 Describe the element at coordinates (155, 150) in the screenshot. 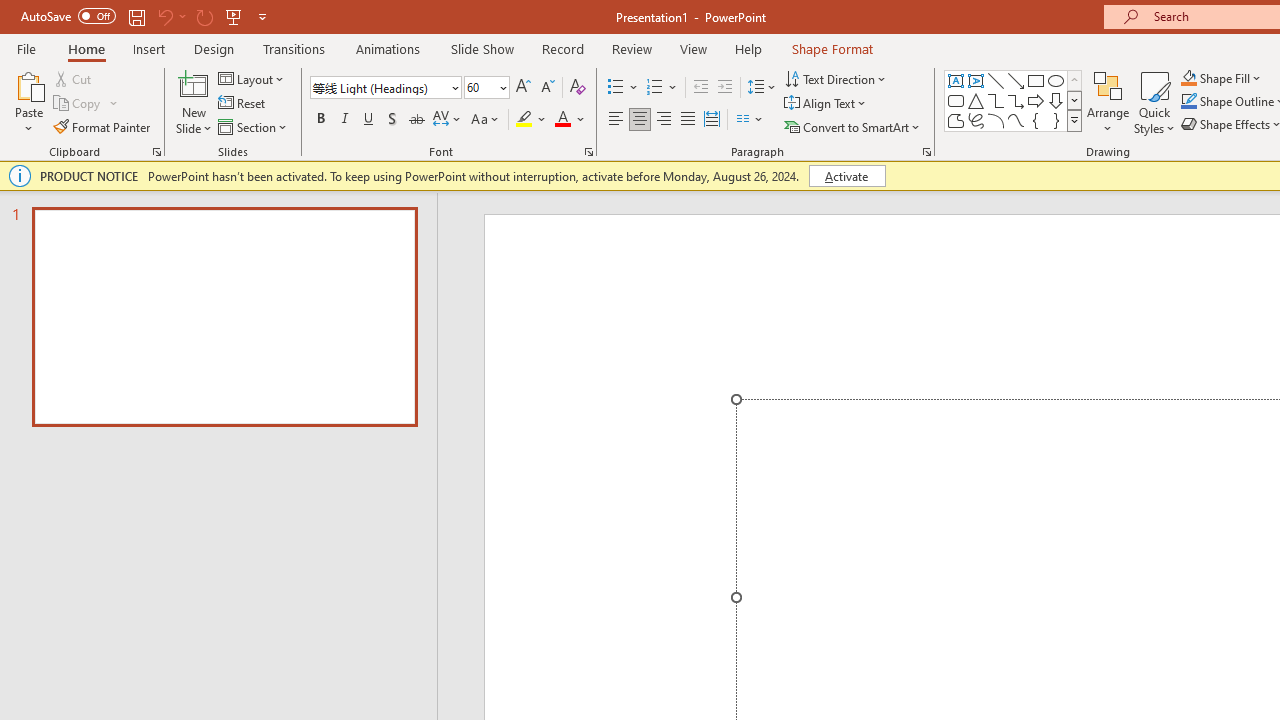

I see `'Office Clipboard...'` at that location.